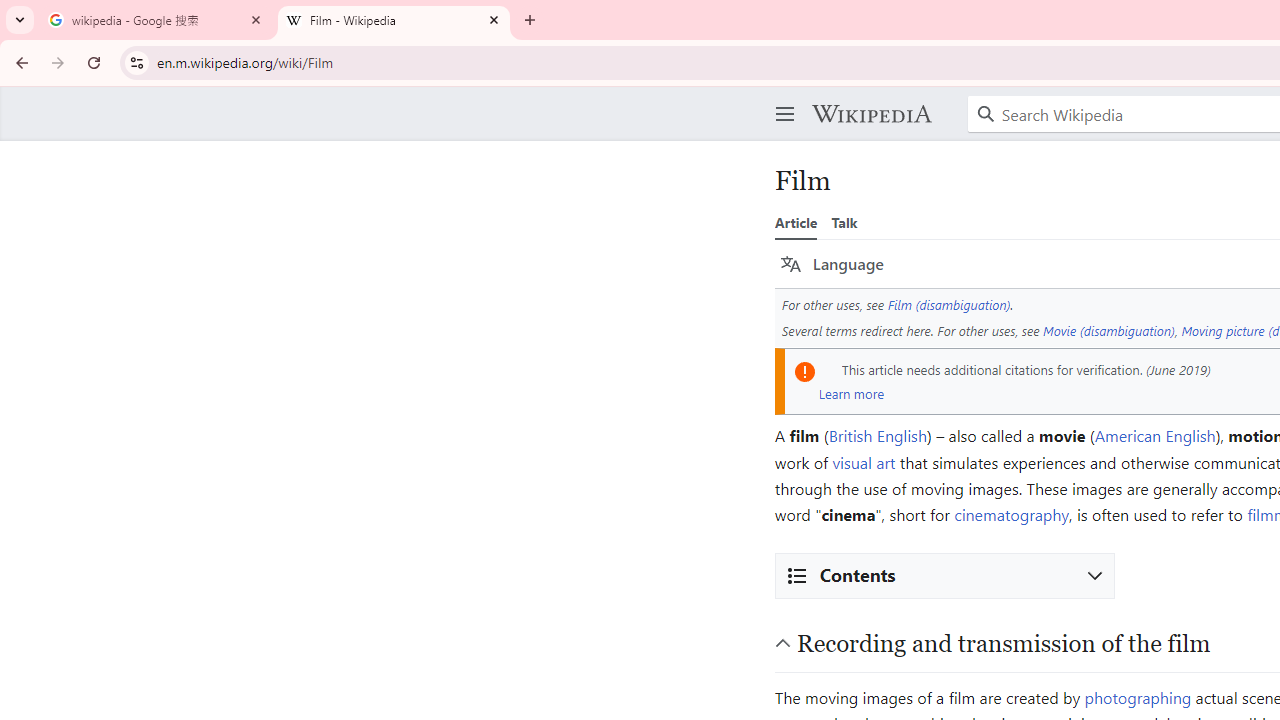 This screenshot has width=1280, height=720. What do you see at coordinates (394, 20) in the screenshot?
I see `'Film - Wikipedia'` at bounding box center [394, 20].